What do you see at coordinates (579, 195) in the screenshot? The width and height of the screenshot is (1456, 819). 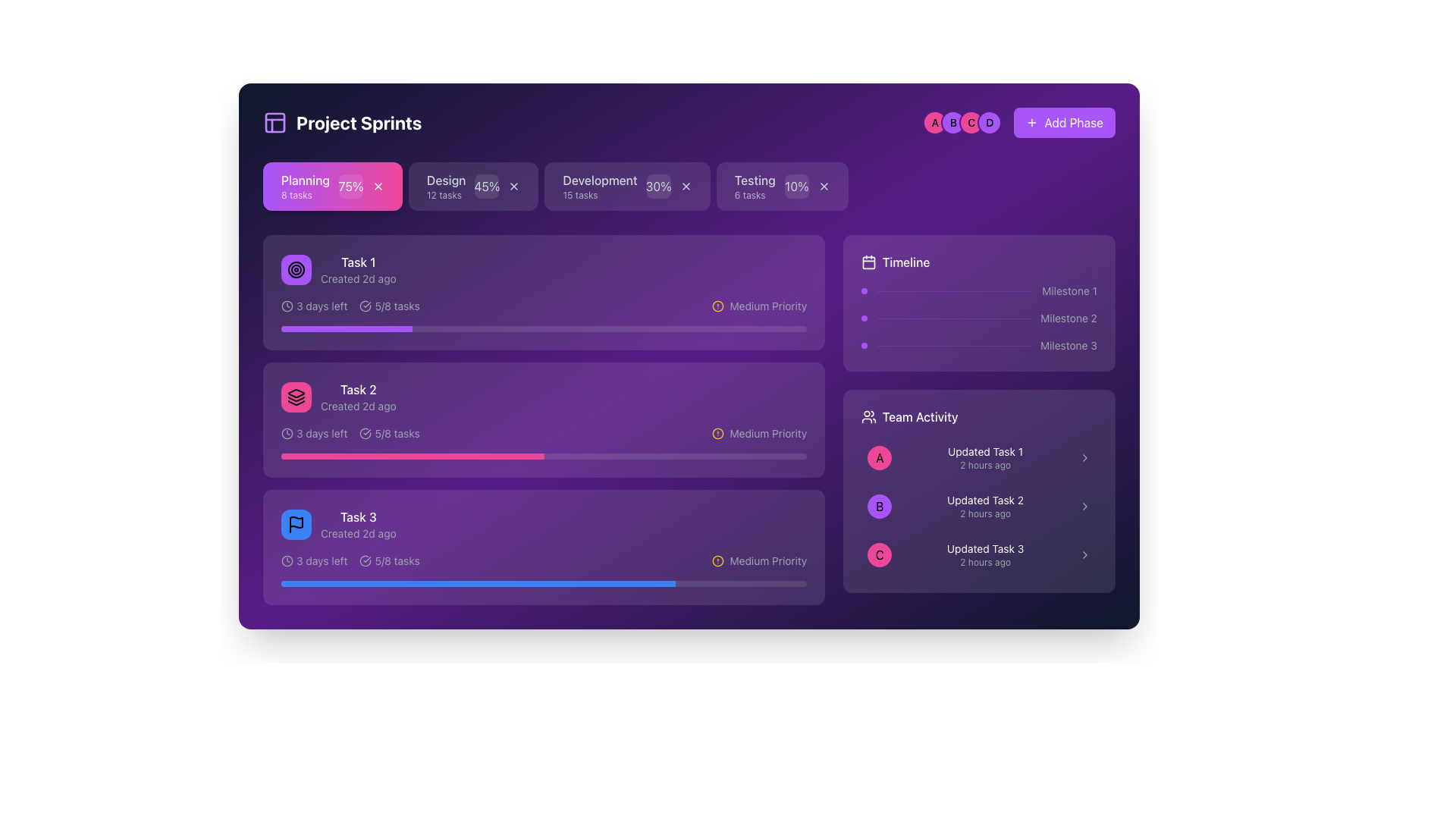 I see `the text label that provides additional context about the number of tasks related to 'Development' within the project sprint interface, located below the 'Development' tab` at bounding box center [579, 195].